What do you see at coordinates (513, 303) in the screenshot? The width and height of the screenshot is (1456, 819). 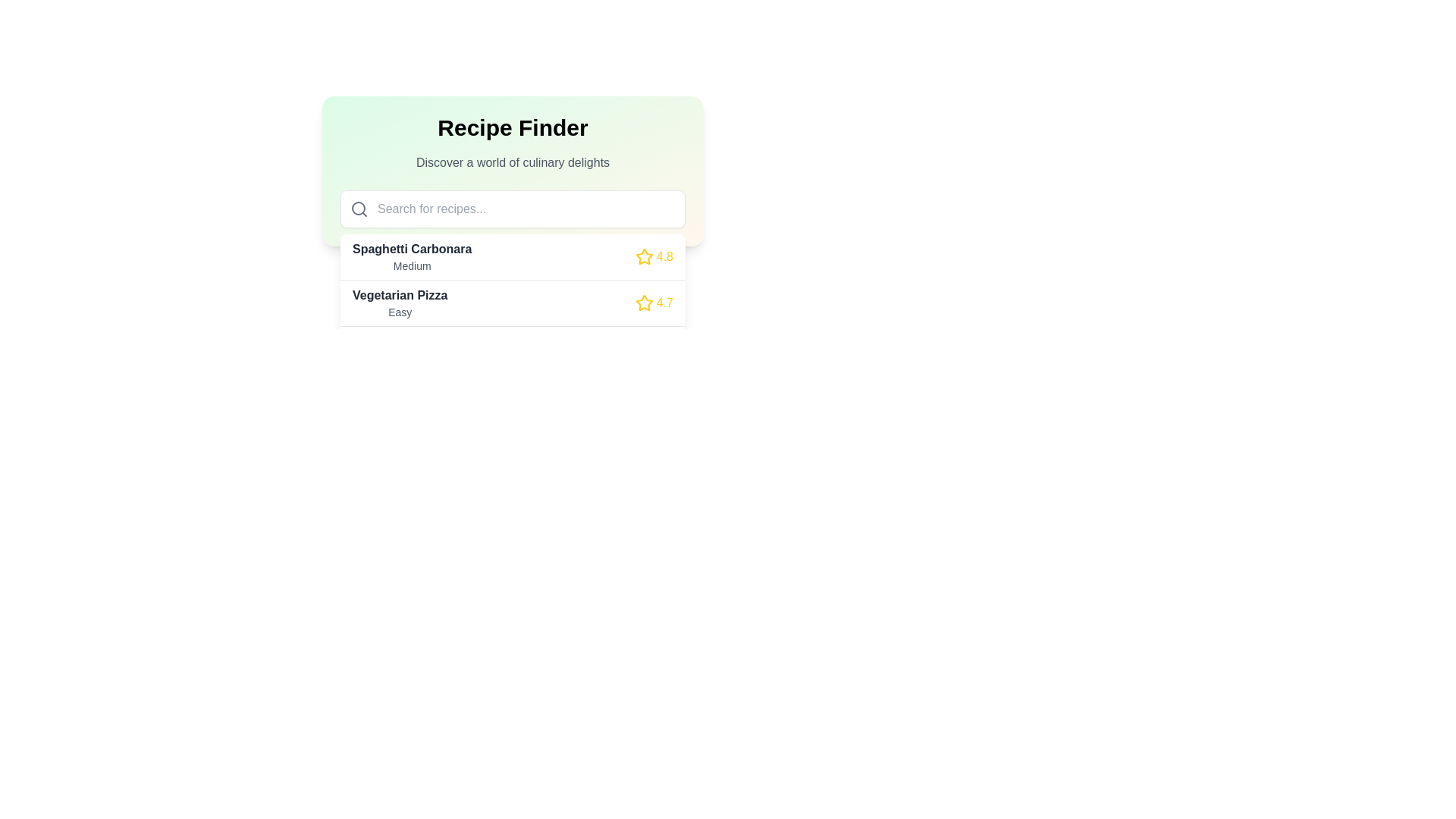 I see `the 'Vegetarian Pizza' menu option in the dropdown list` at bounding box center [513, 303].